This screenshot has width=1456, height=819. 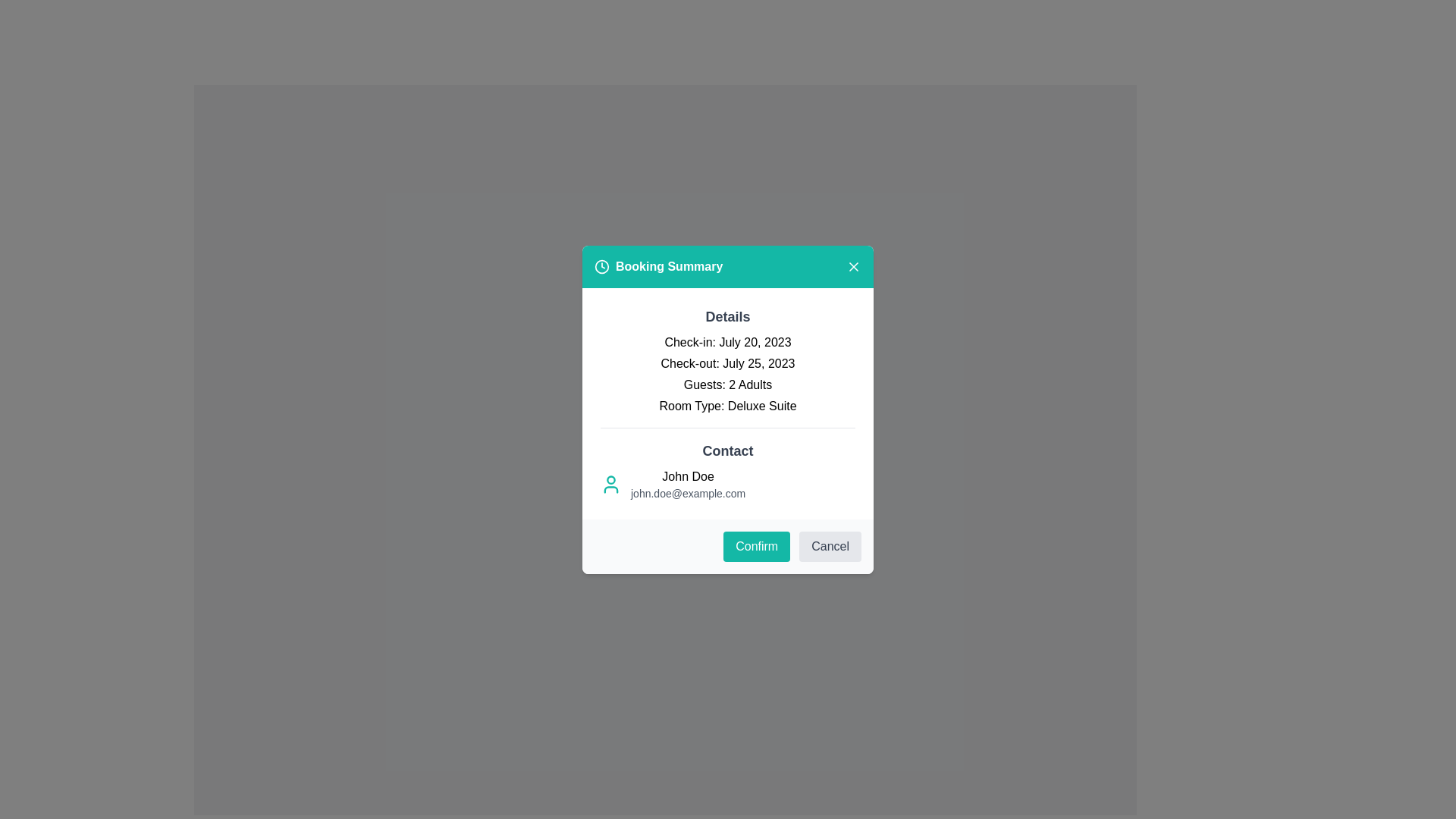 What do you see at coordinates (854, 265) in the screenshot?
I see `the close button with an 'X' icon located at the top-right corner of the modal header` at bounding box center [854, 265].